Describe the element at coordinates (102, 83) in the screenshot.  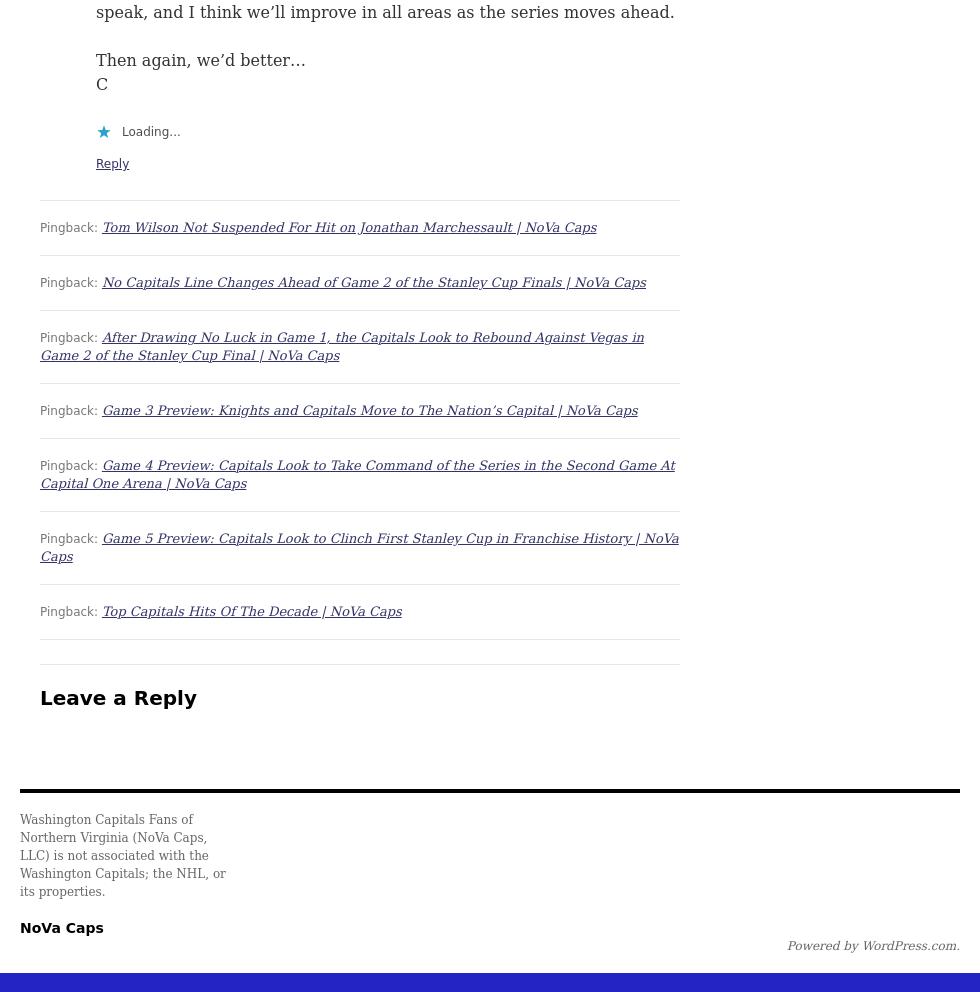
I see `'C'` at that location.